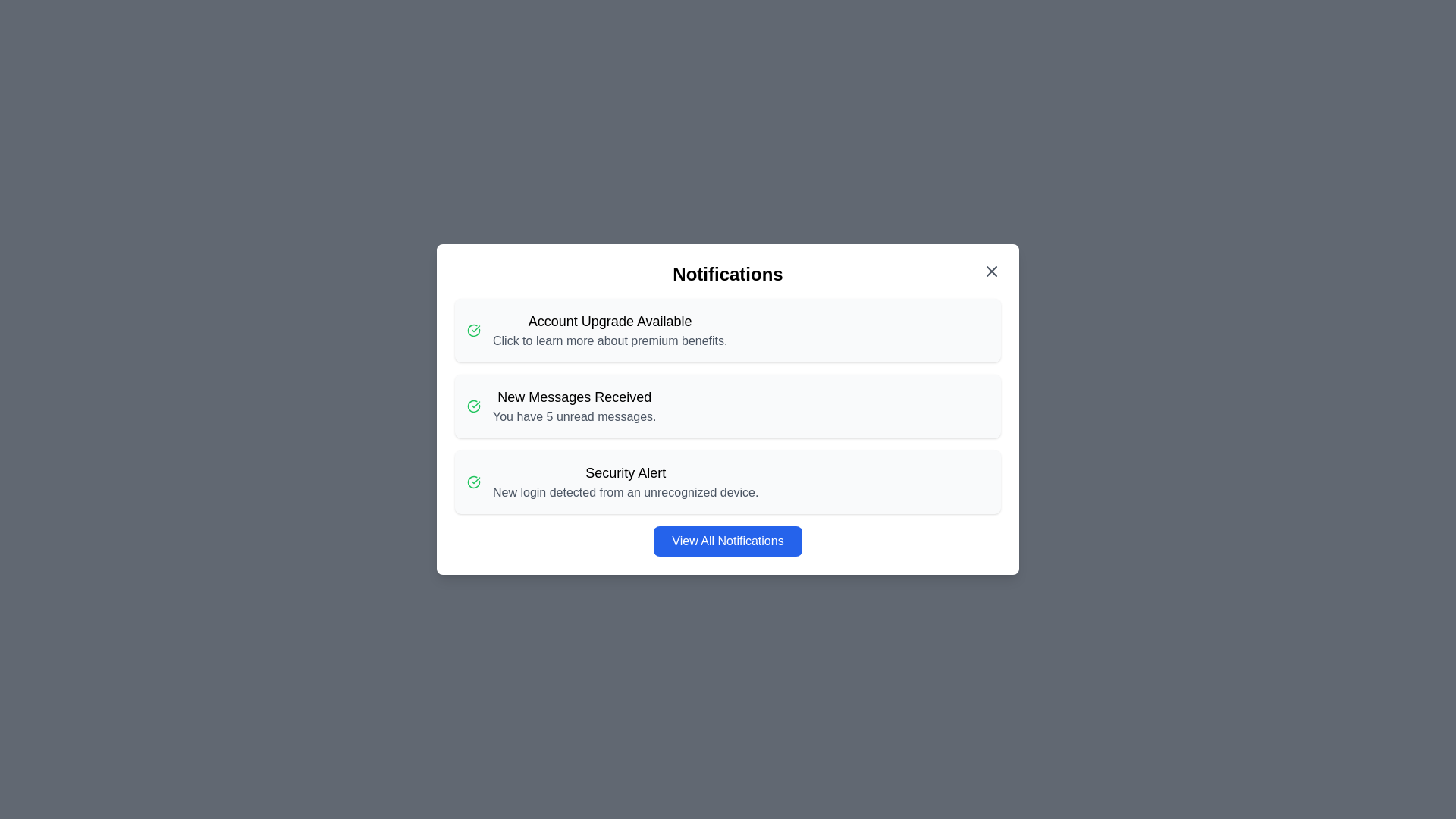 This screenshot has width=1456, height=819. What do you see at coordinates (626, 493) in the screenshot?
I see `the static text reading 'New login detected from an unrecognized device.' located in the lower section of the 'Security Alert' notification card` at bounding box center [626, 493].